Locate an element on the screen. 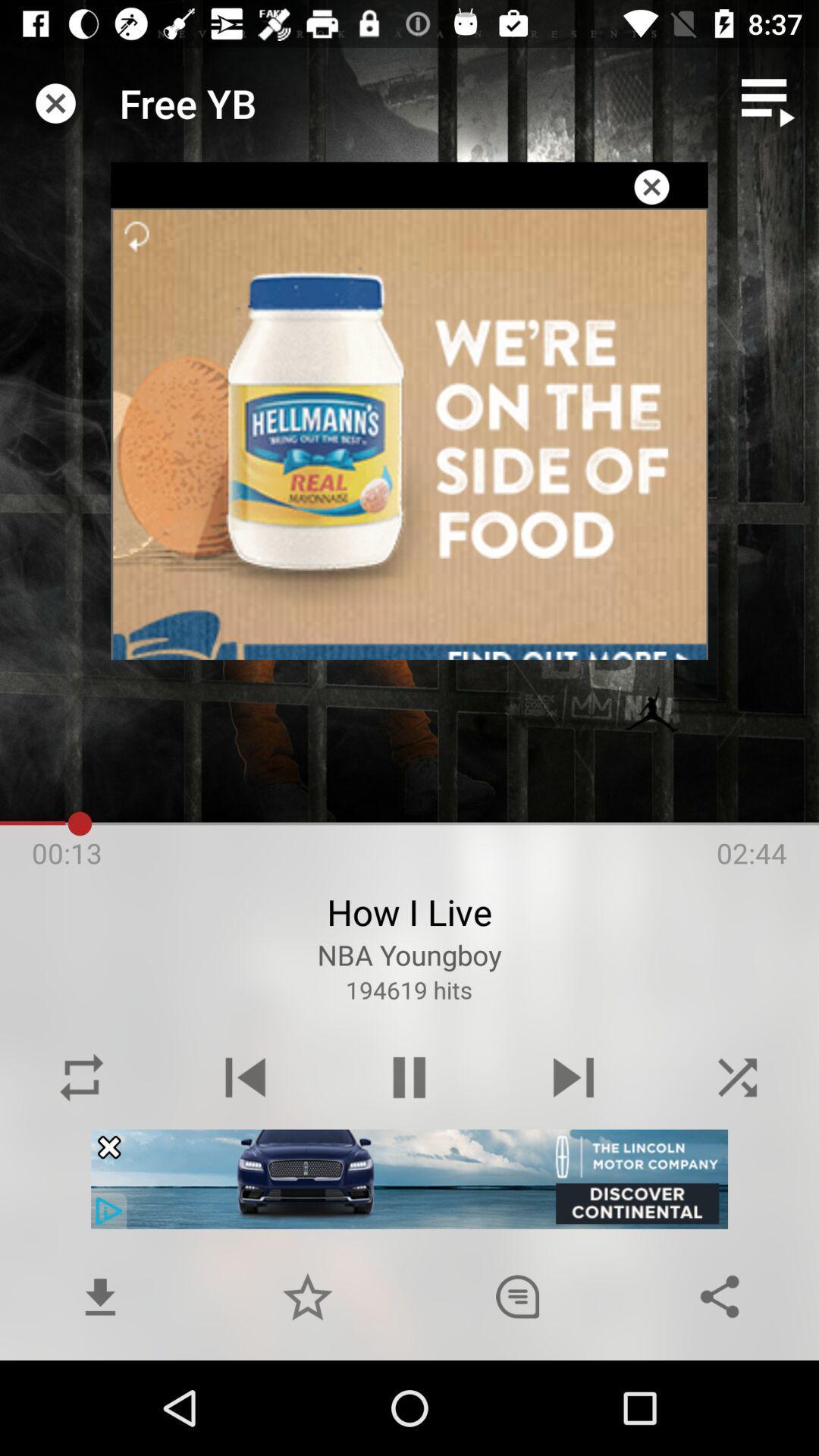 Image resolution: width=819 pixels, height=1456 pixels. the pause icon is located at coordinates (409, 1077).